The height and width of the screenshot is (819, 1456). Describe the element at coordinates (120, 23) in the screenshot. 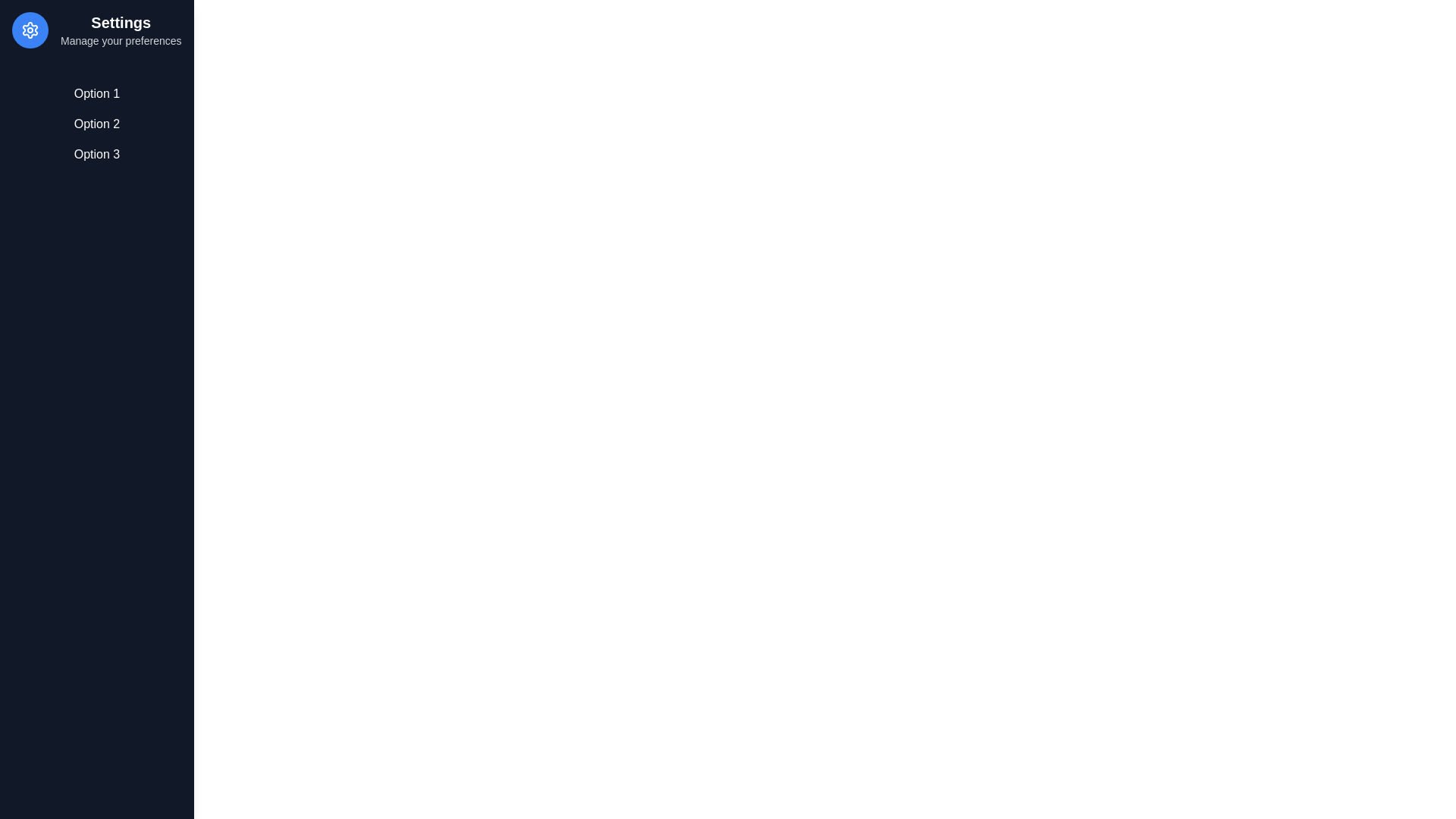

I see `the bold, large-sized 'Settings' text displayed in white on a dark blue background, located at the top left corner of the interface` at that location.